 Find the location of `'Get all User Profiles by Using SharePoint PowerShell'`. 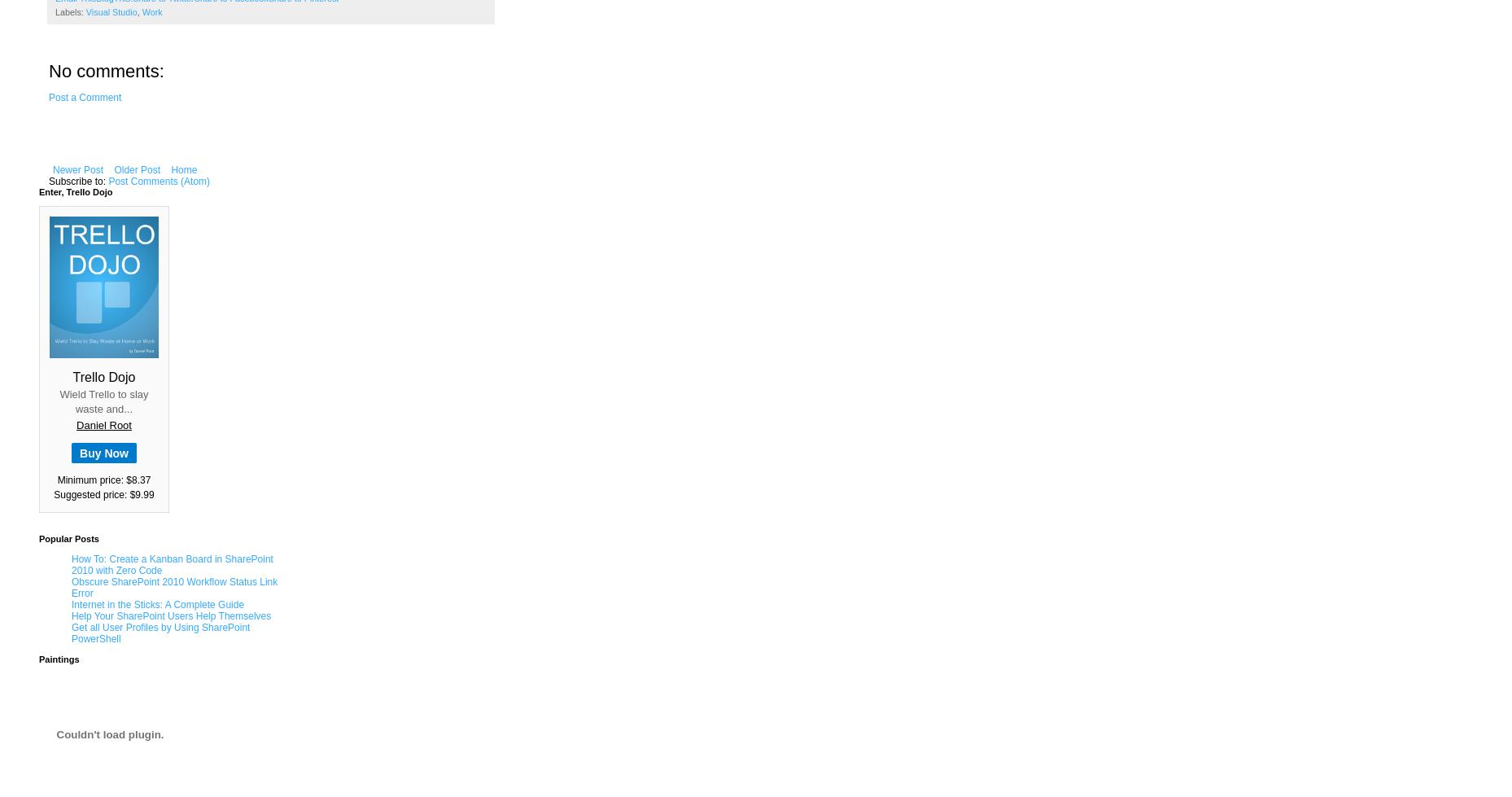

'Get all User Profiles by Using SharePoint PowerShell' is located at coordinates (160, 633).